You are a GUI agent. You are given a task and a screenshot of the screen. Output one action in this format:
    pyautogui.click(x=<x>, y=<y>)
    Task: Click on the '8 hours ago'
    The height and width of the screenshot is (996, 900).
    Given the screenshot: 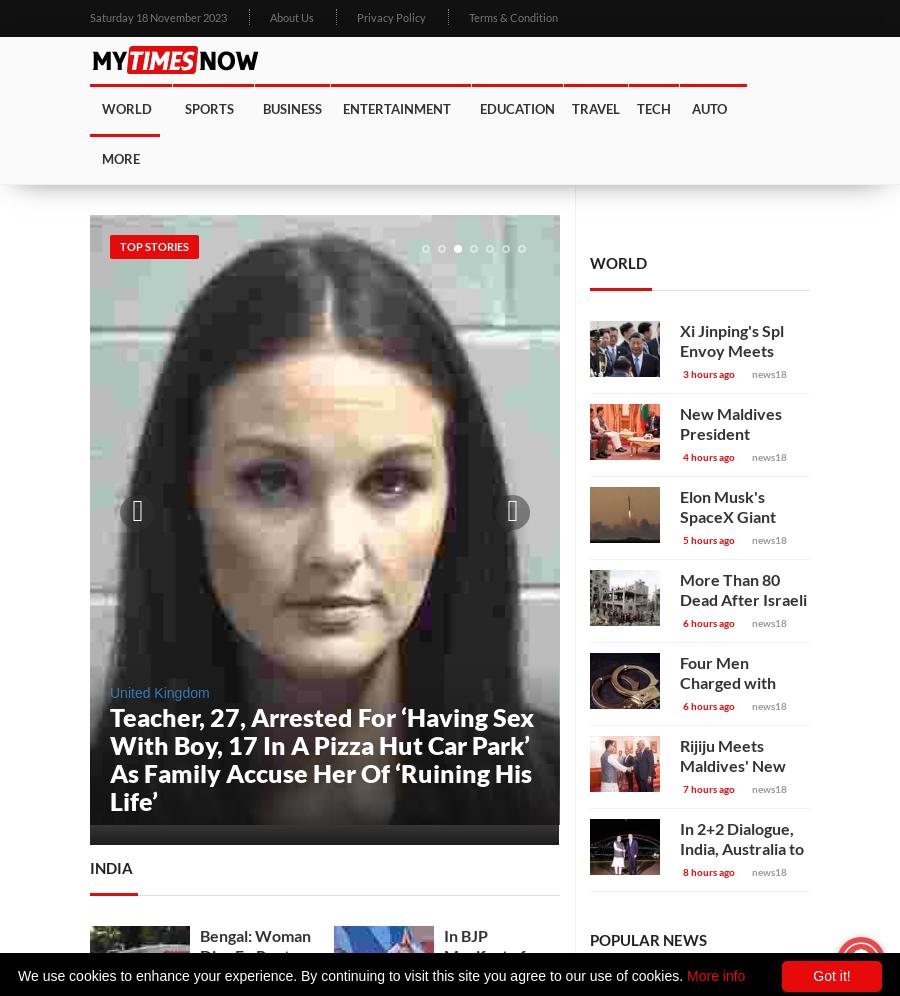 What is the action you would take?
    pyautogui.click(x=708, y=871)
    